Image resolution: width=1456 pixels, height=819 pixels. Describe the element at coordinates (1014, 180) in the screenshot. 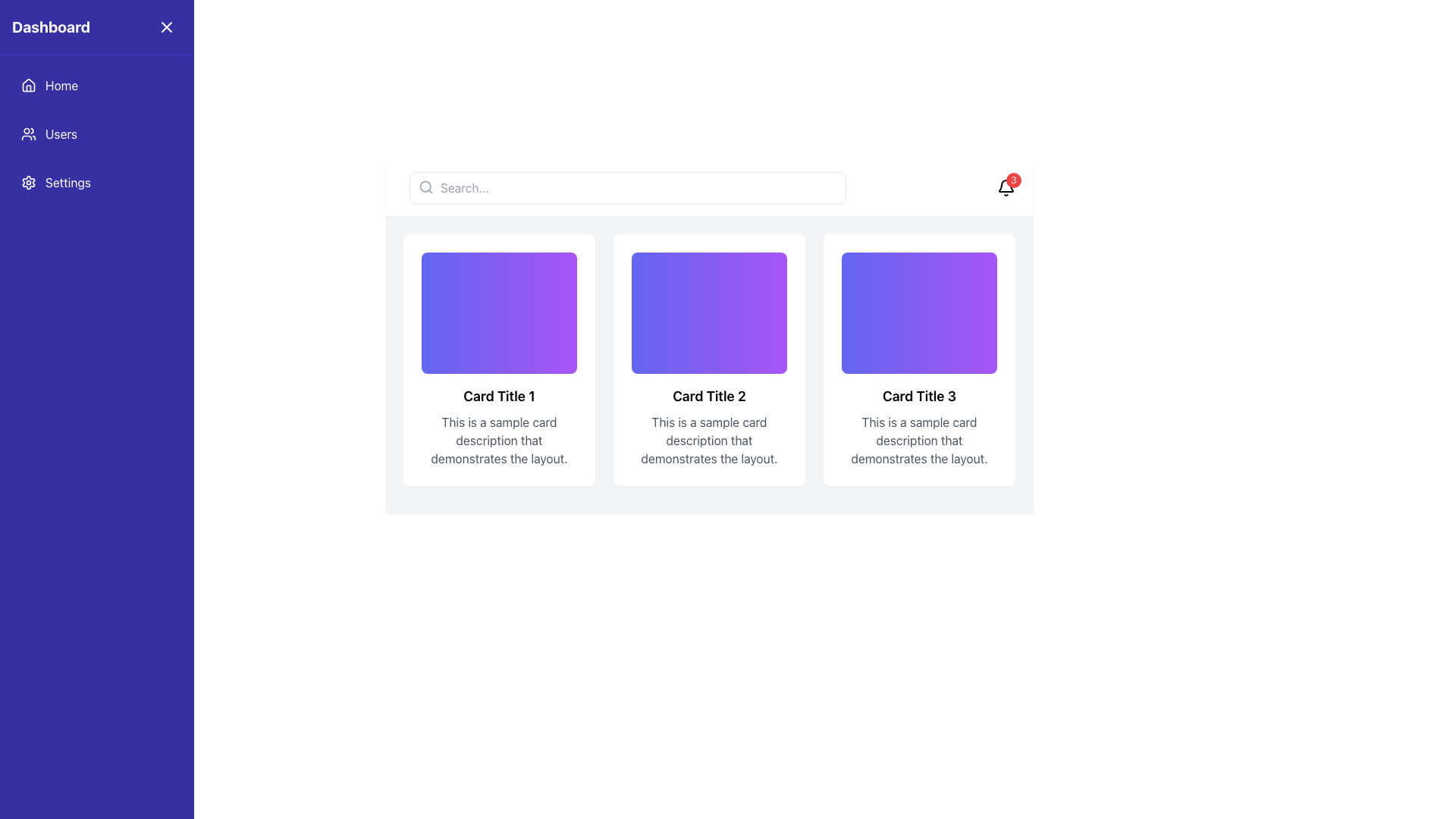

I see `the content of the Notification badge located at the top-right corner of the bell icon in the user interface` at that location.